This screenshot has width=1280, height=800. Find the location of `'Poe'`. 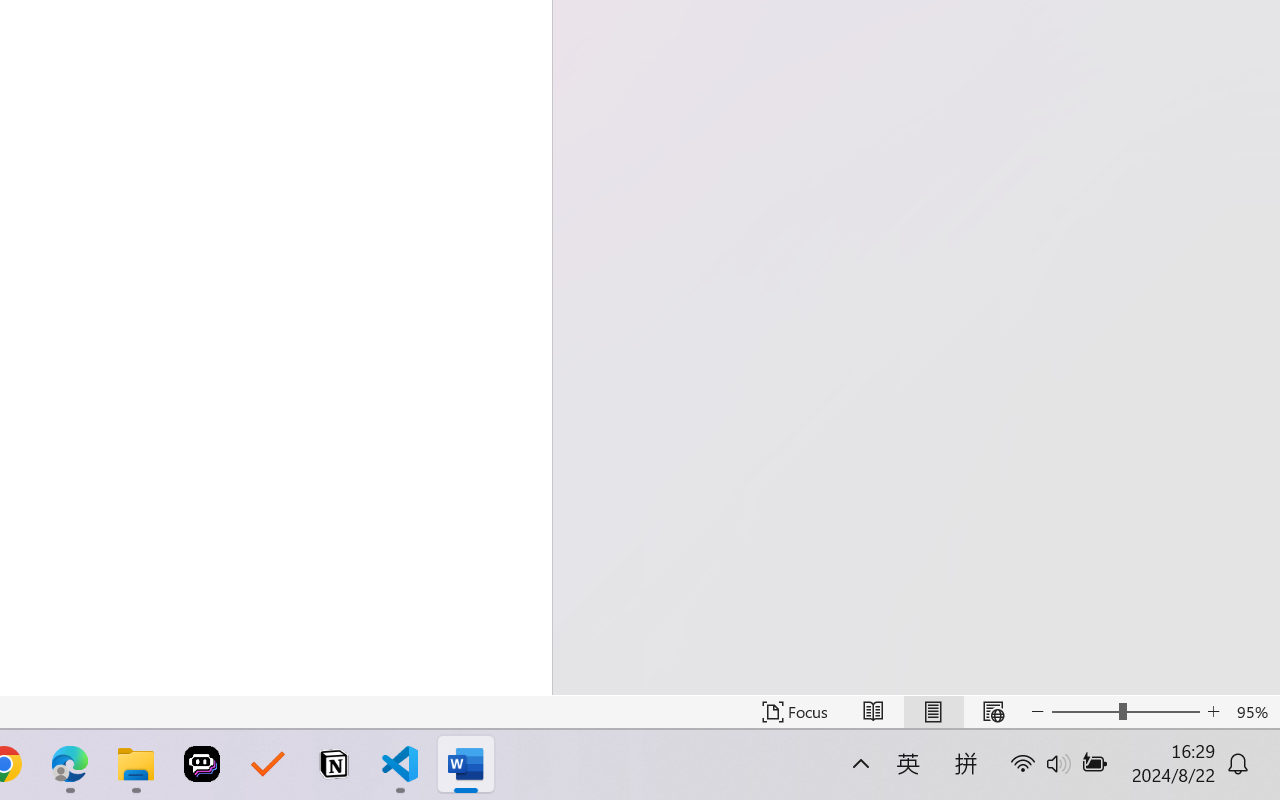

'Poe' is located at coordinates (202, 764).